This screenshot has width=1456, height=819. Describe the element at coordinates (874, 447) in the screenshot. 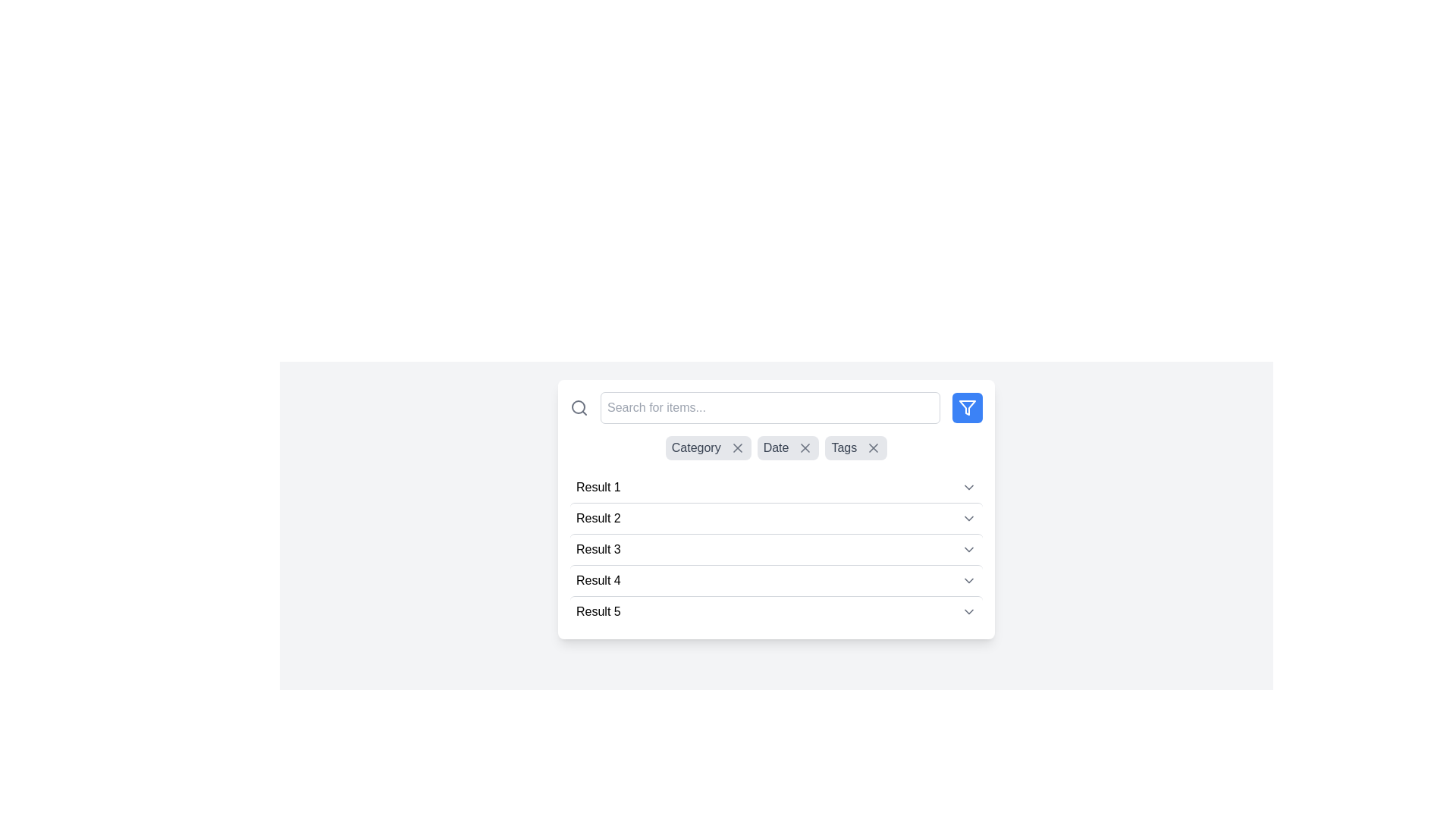

I see `the 'x' icon button next to the 'Tags' label` at that location.